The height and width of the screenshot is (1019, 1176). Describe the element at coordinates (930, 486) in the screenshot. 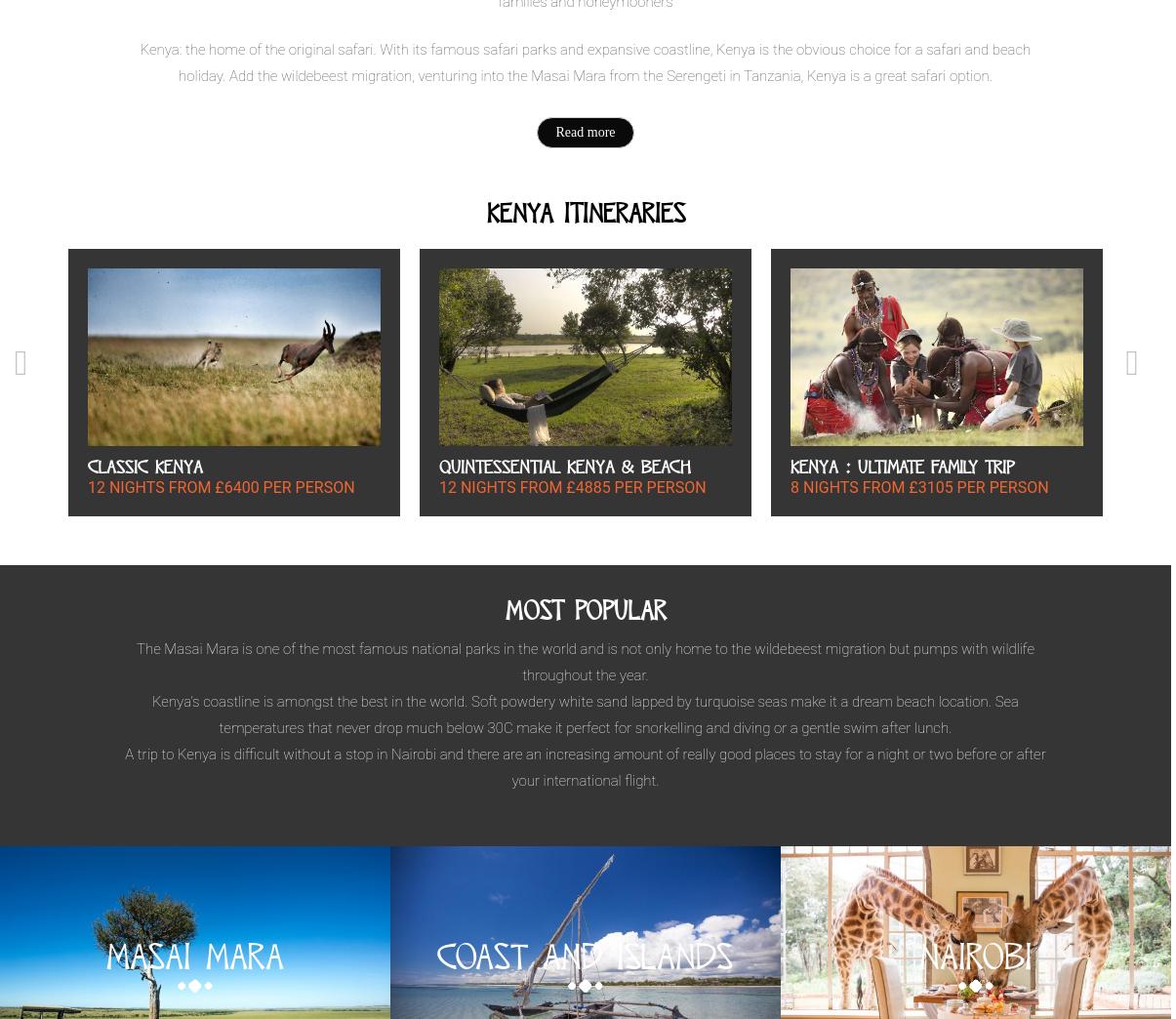

I see `'£3105'` at that location.